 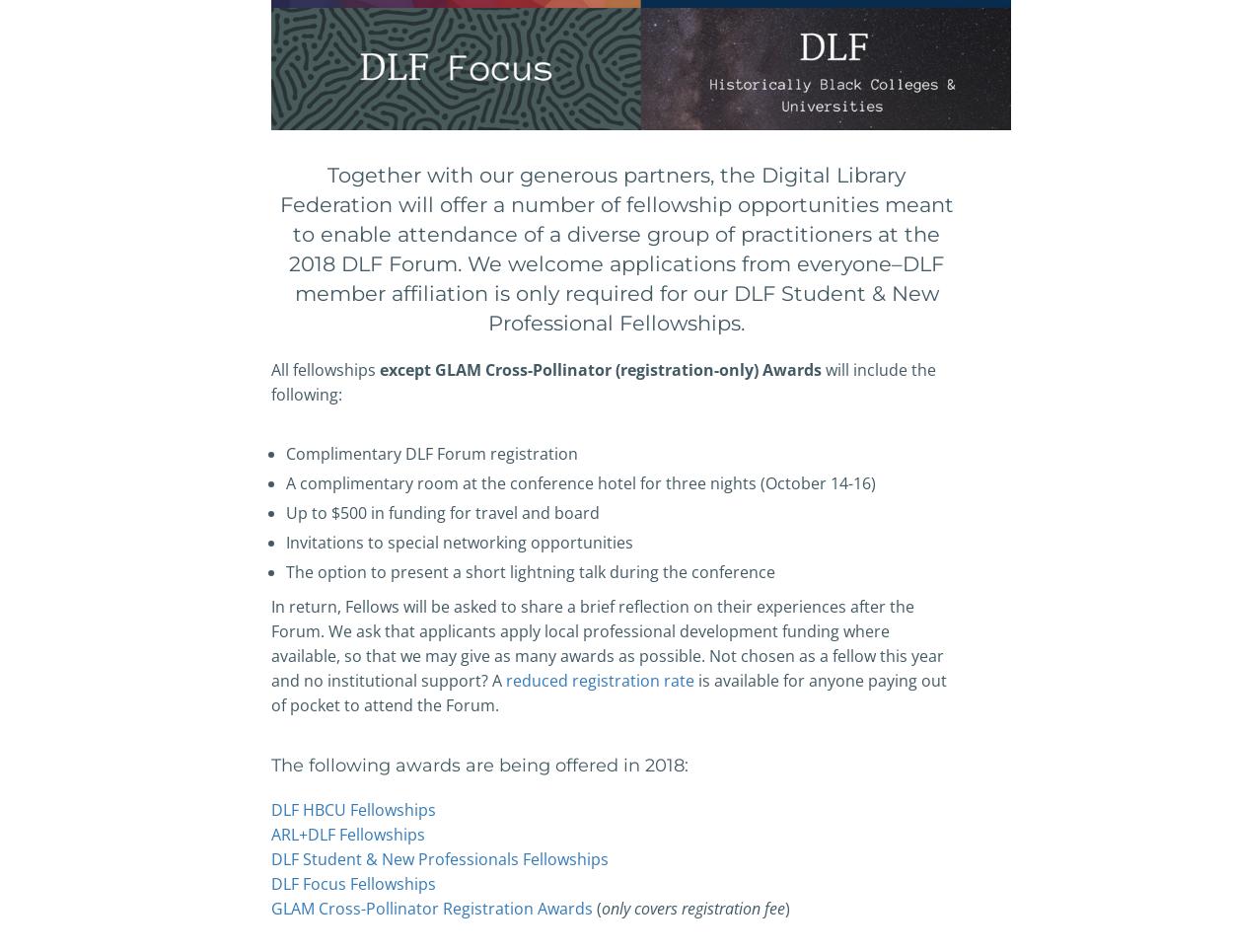 I want to click on 'DLF Student & New Professionals Fellowships', so click(x=439, y=859).